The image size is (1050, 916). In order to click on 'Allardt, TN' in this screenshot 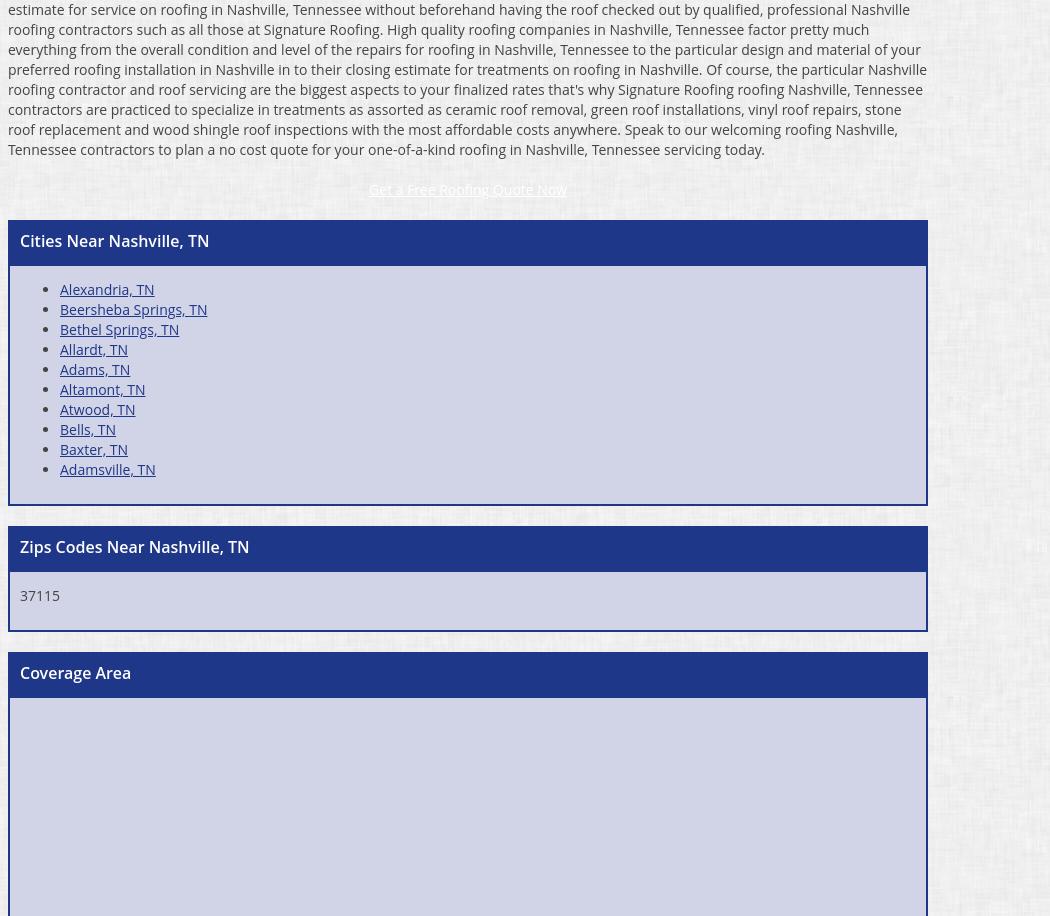, I will do `click(93, 348)`.